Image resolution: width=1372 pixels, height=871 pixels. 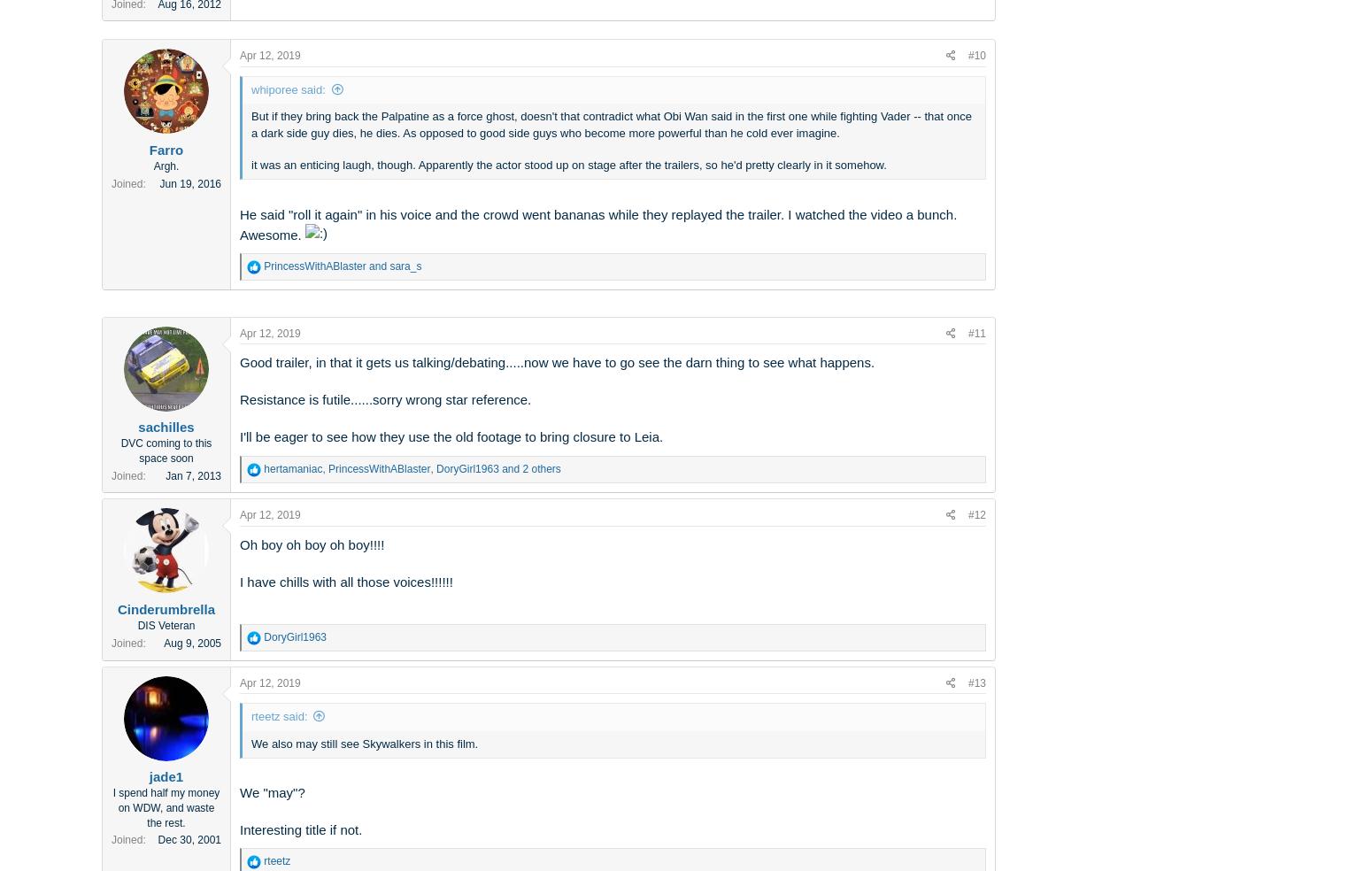 I want to click on 'Argh.', so click(x=165, y=165).